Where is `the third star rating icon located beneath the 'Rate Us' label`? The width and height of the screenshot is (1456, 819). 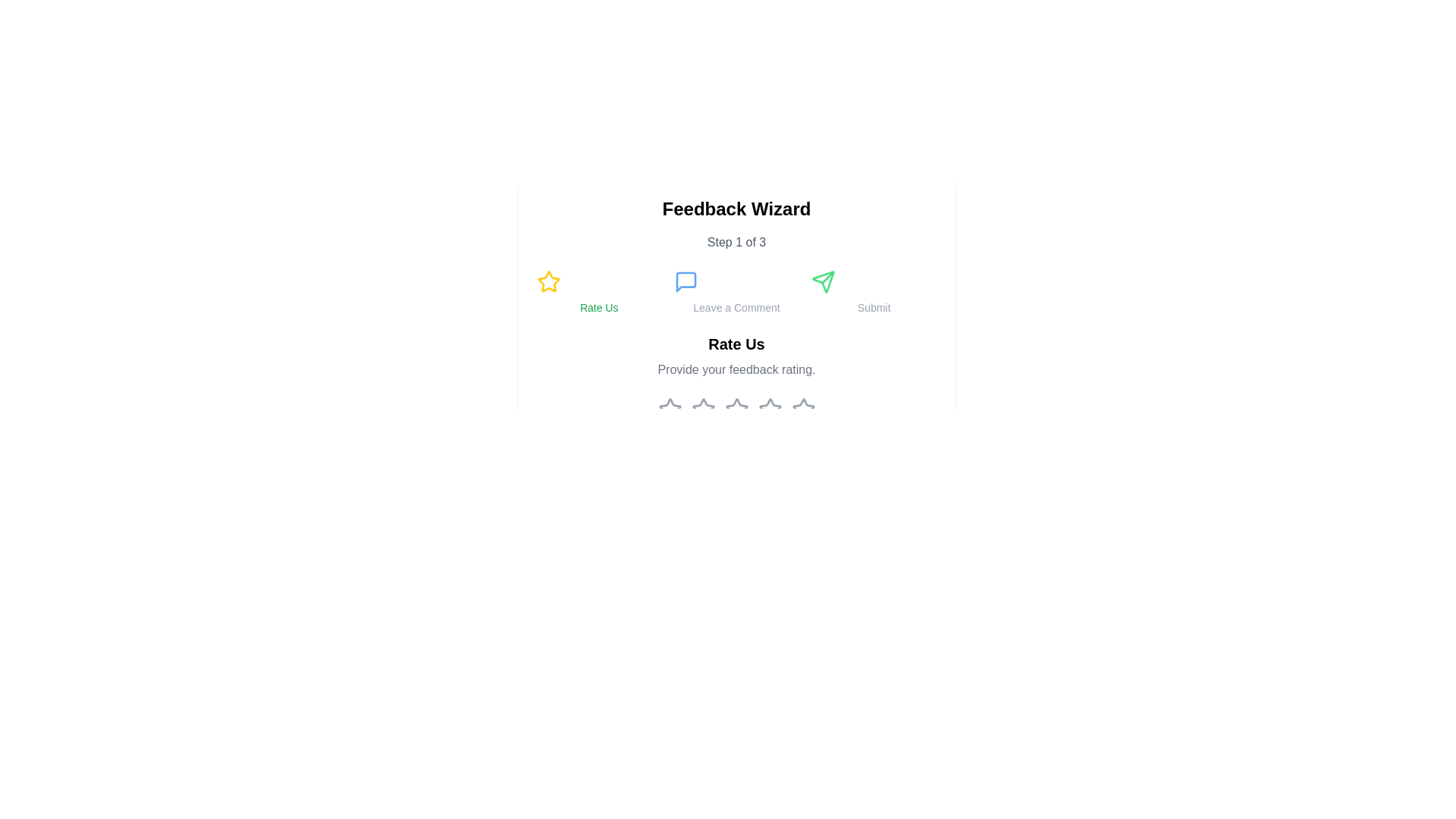 the third star rating icon located beneath the 'Rate Us' label is located at coordinates (702, 408).